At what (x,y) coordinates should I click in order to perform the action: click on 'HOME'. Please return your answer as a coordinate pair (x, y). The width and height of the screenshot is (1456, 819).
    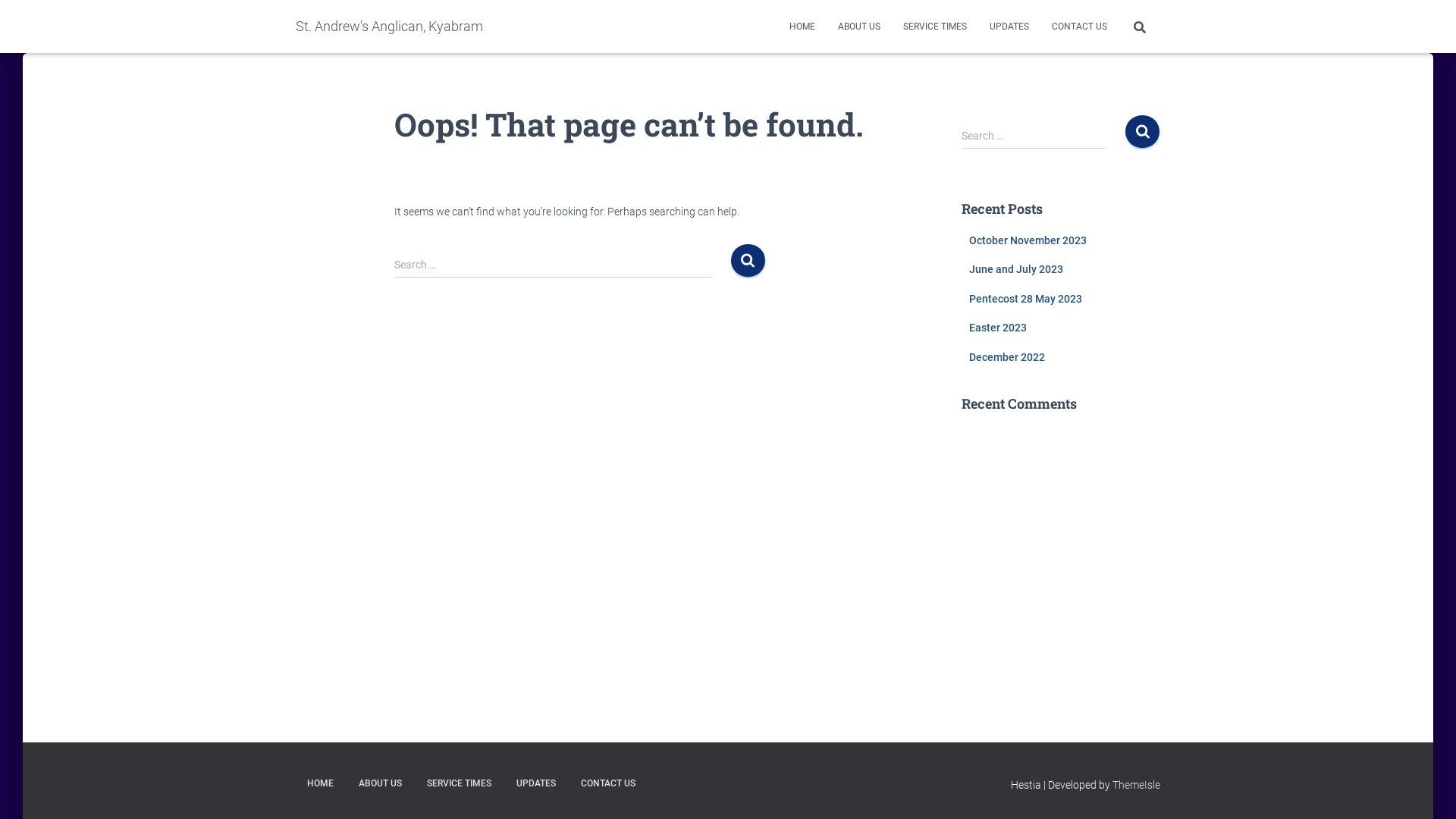
    Looking at the image, I should click on (319, 783).